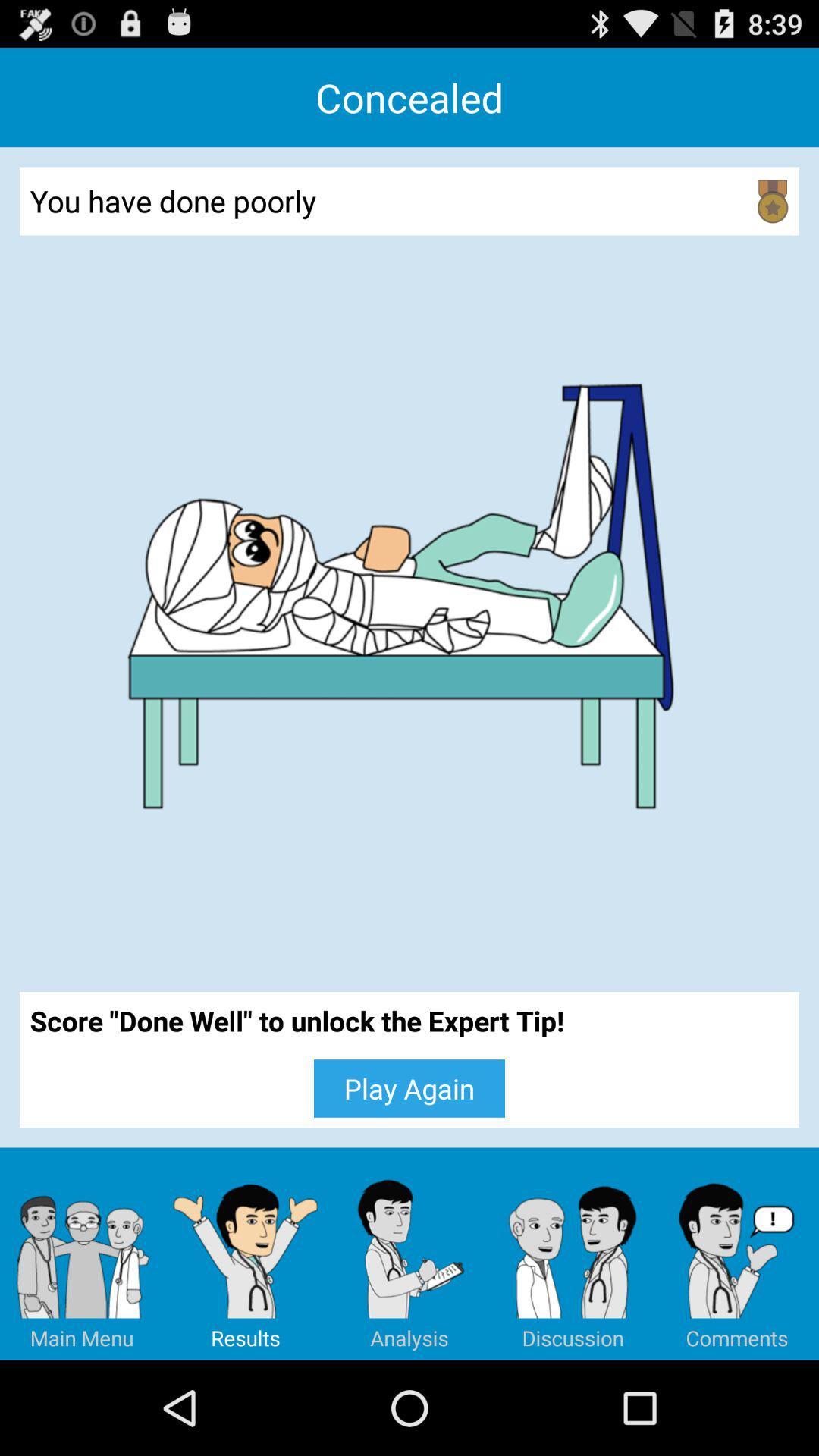  I want to click on icon below the score done well, so click(82, 1254).